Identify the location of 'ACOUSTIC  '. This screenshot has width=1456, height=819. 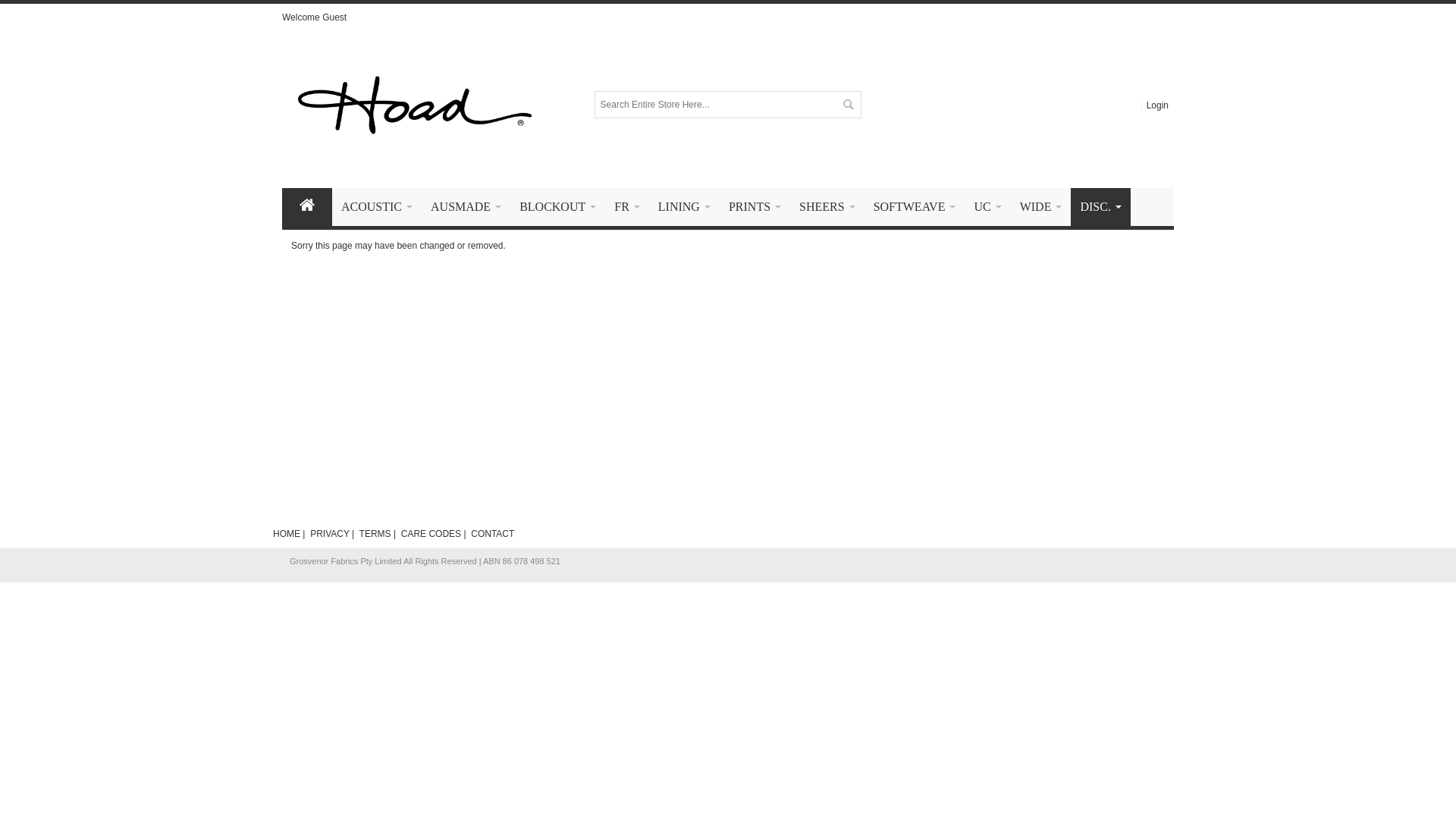
(377, 207).